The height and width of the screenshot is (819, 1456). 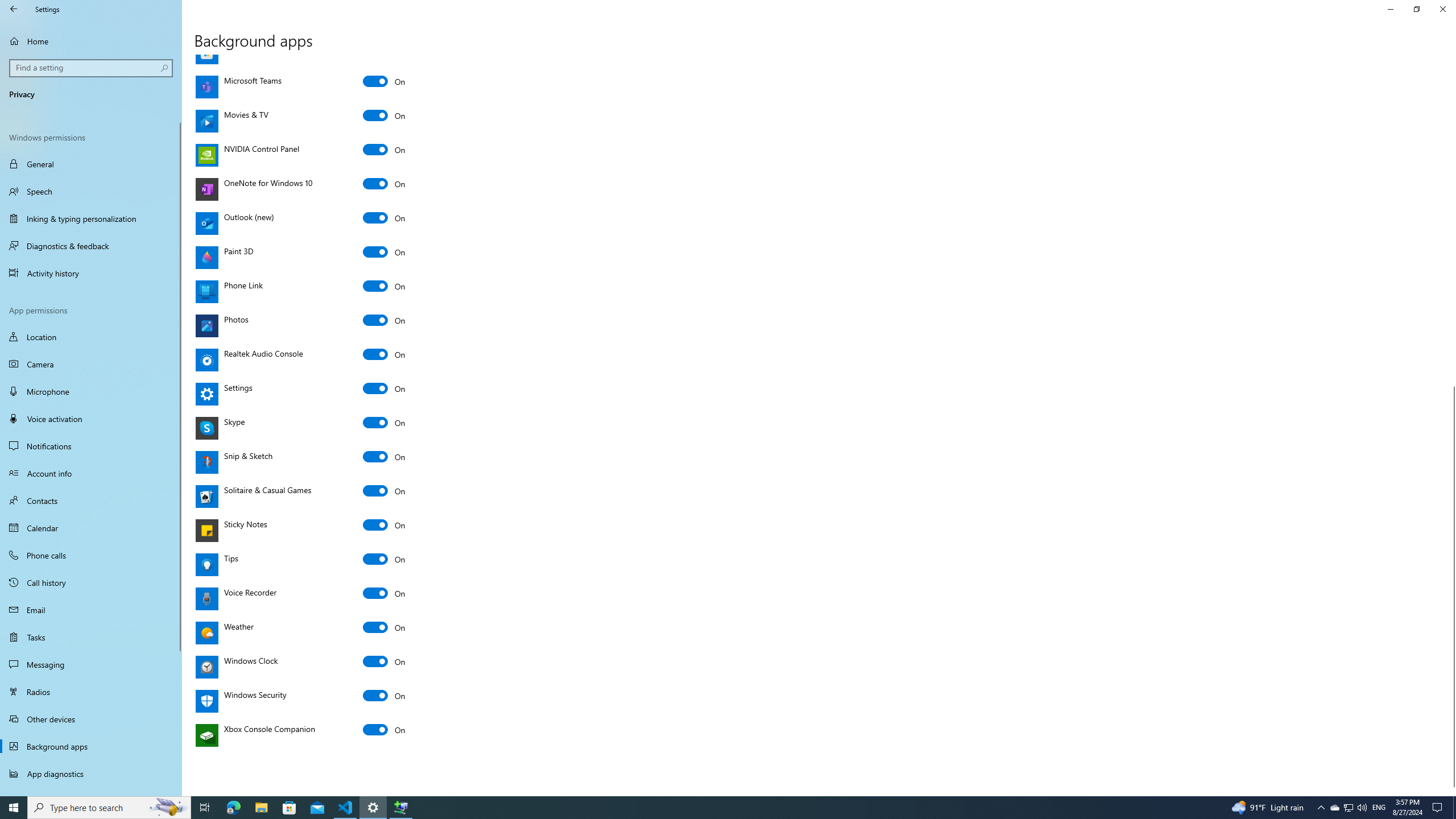 I want to click on 'Paint 3D', so click(x=383, y=252).